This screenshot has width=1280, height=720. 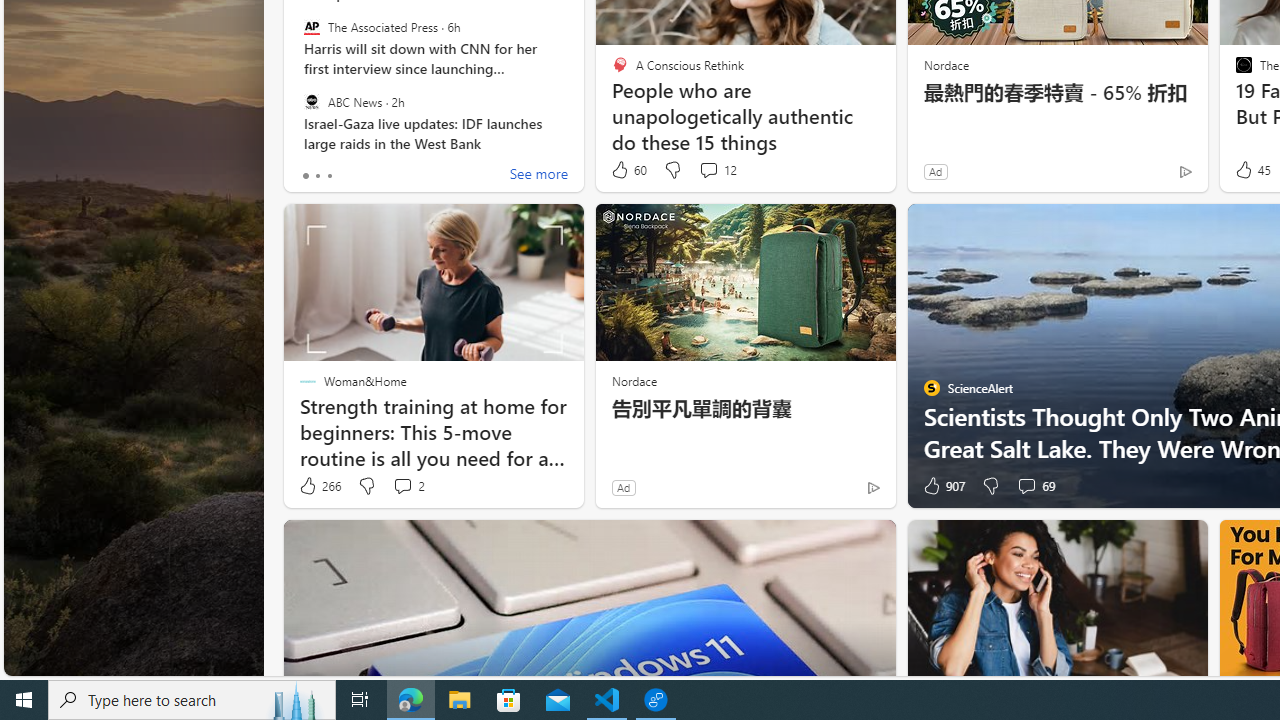 I want to click on 'The Associated Press', so click(x=310, y=27).